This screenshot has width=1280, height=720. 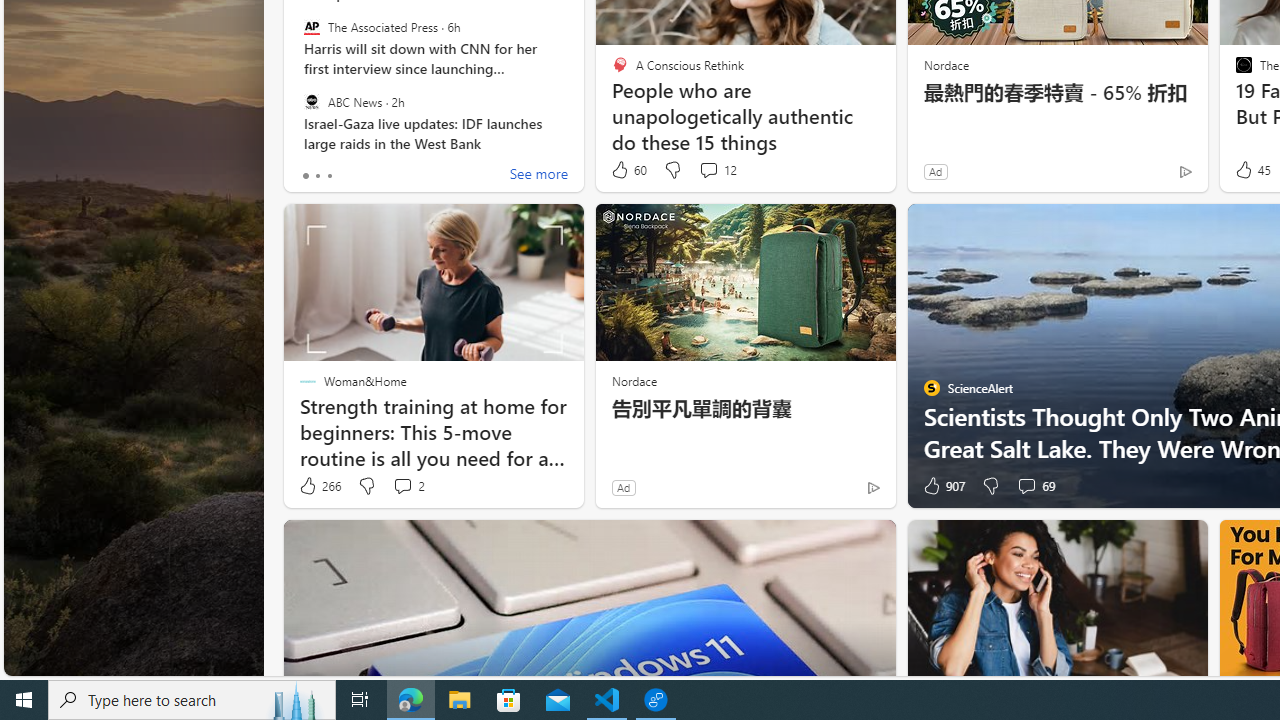 I want to click on 'The Associated Press', so click(x=310, y=27).